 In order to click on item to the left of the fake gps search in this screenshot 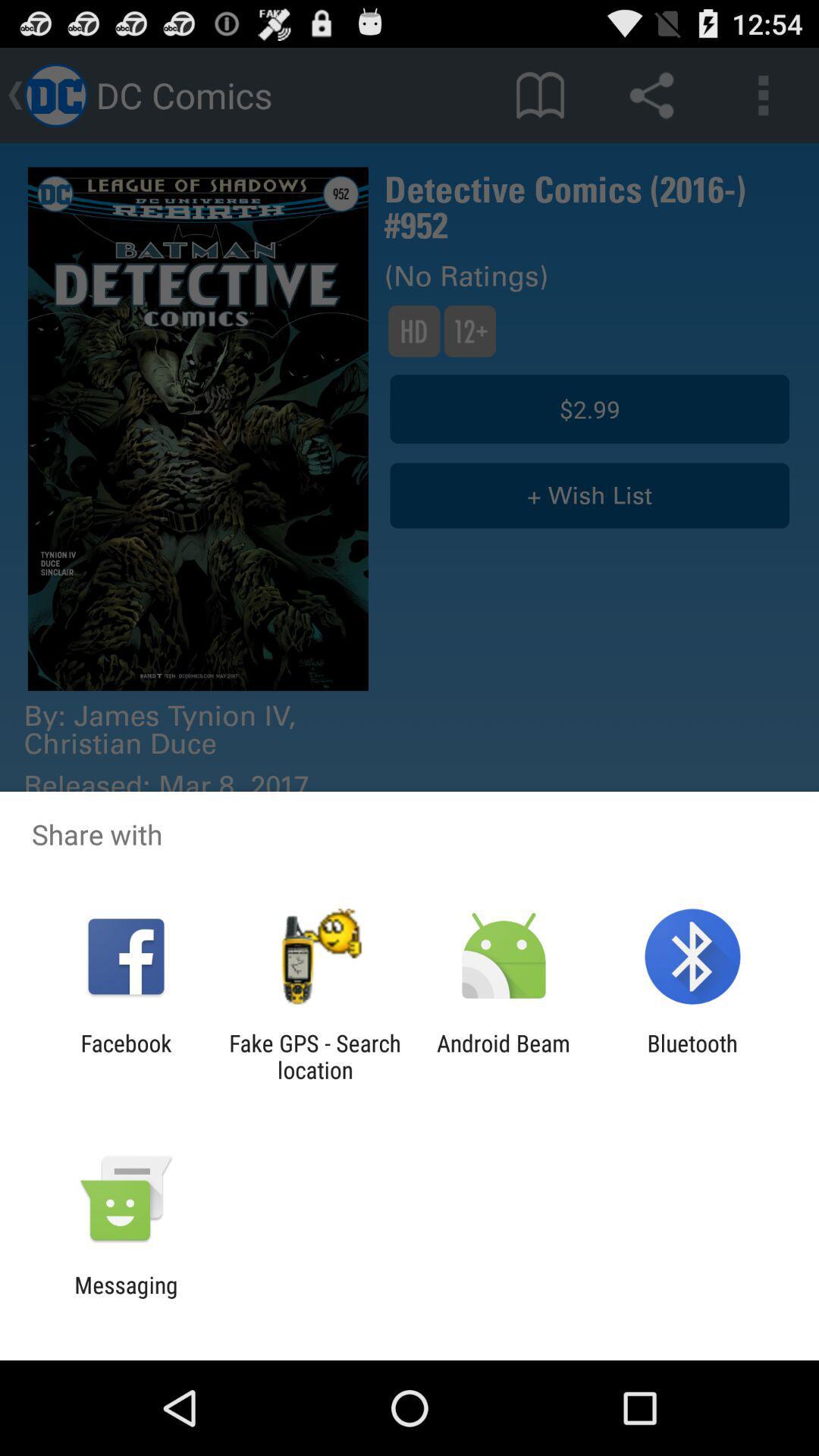, I will do `click(125, 1056)`.